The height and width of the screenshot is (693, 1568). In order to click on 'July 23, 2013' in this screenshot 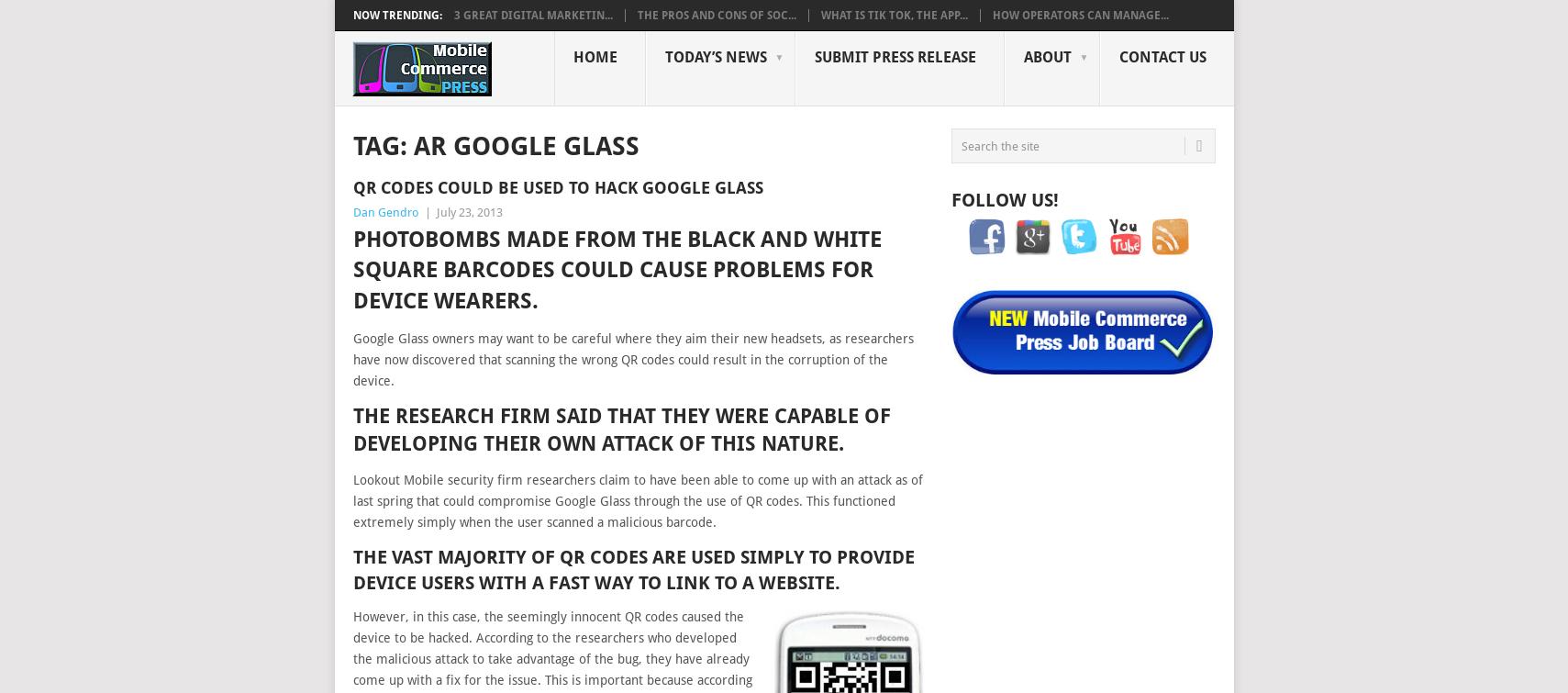, I will do `click(434, 211)`.